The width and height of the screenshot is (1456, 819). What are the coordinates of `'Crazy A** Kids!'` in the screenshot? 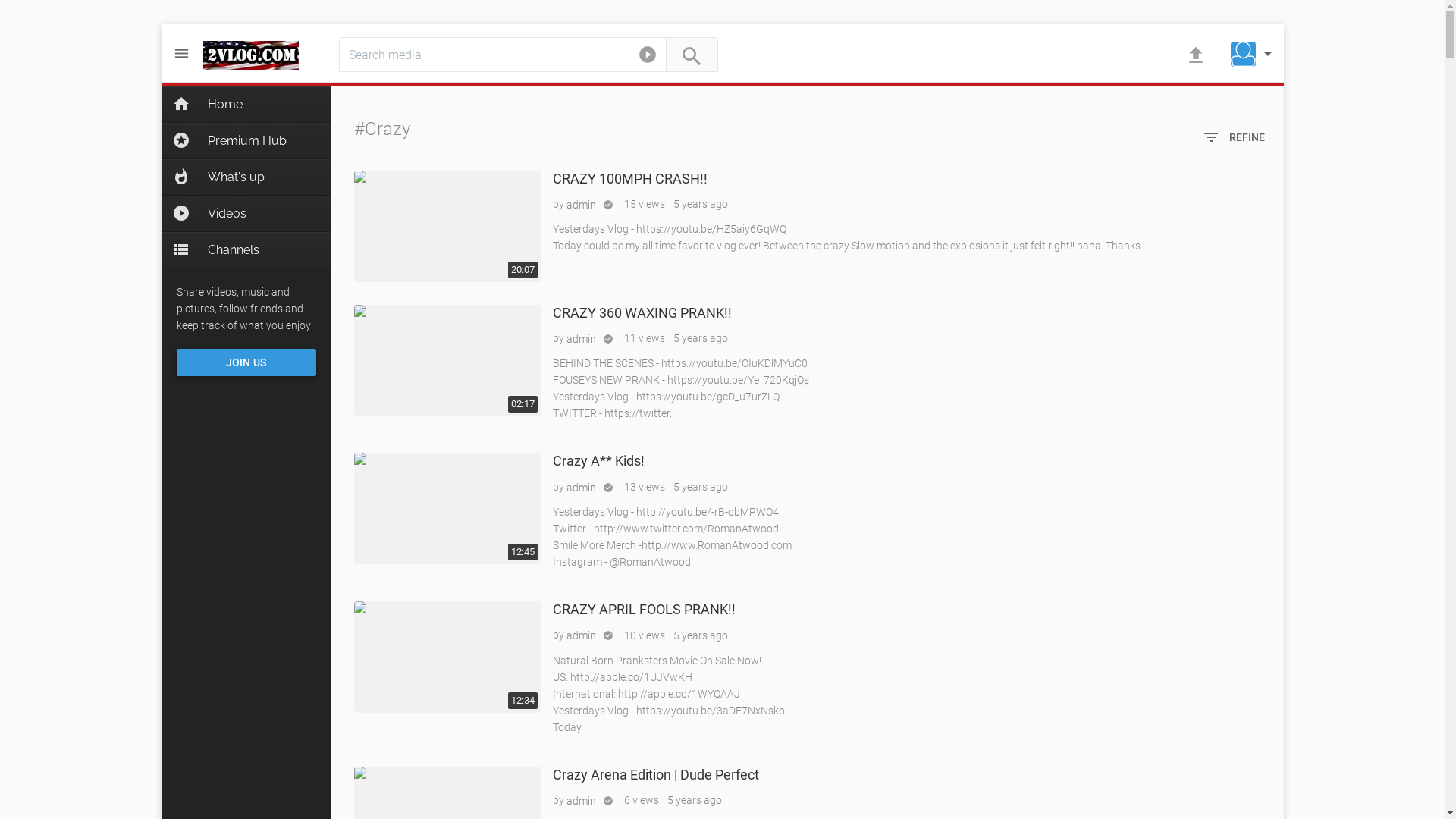 It's located at (446, 508).